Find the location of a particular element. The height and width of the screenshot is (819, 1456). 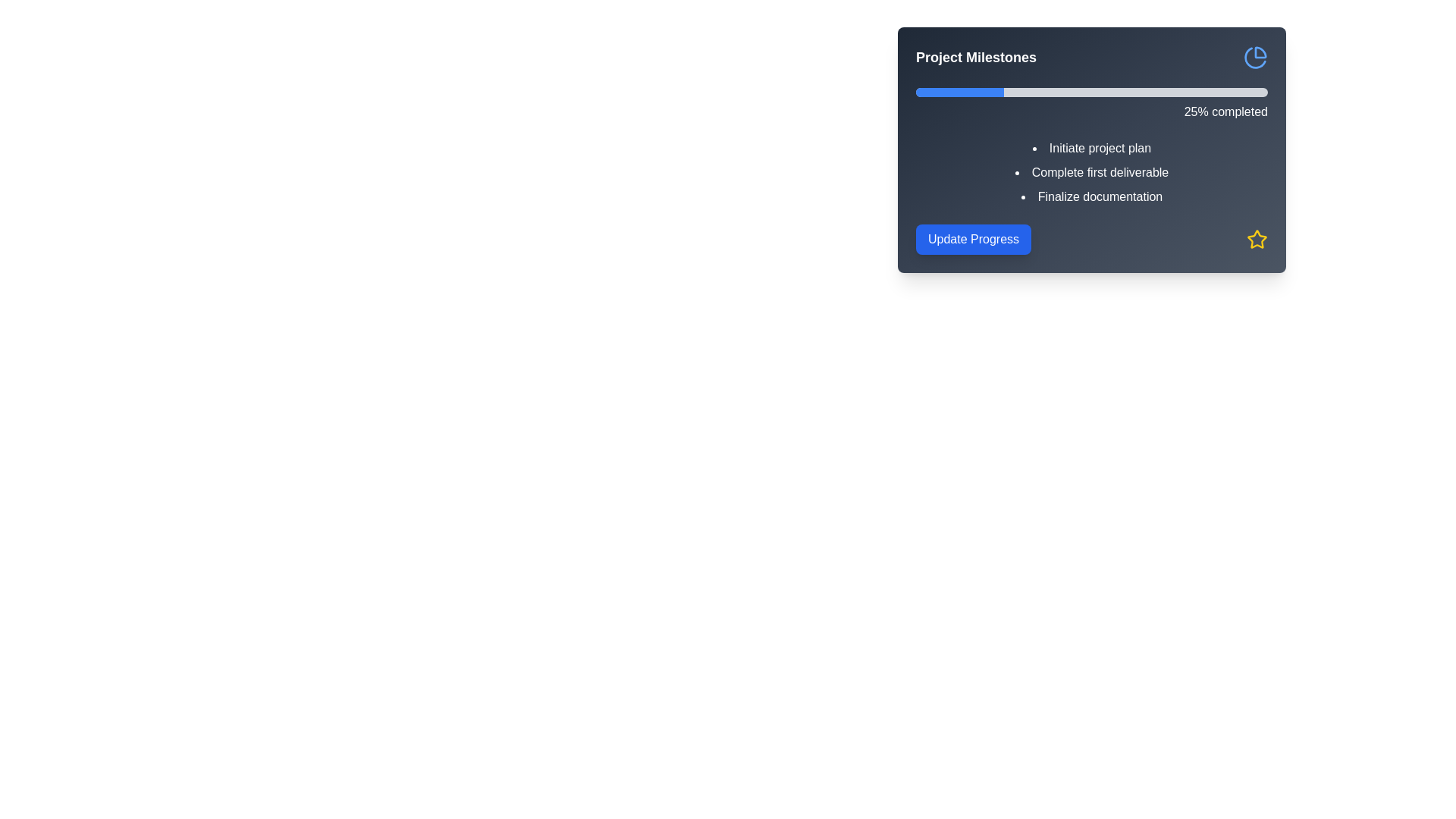

progress is located at coordinates (961, 93).